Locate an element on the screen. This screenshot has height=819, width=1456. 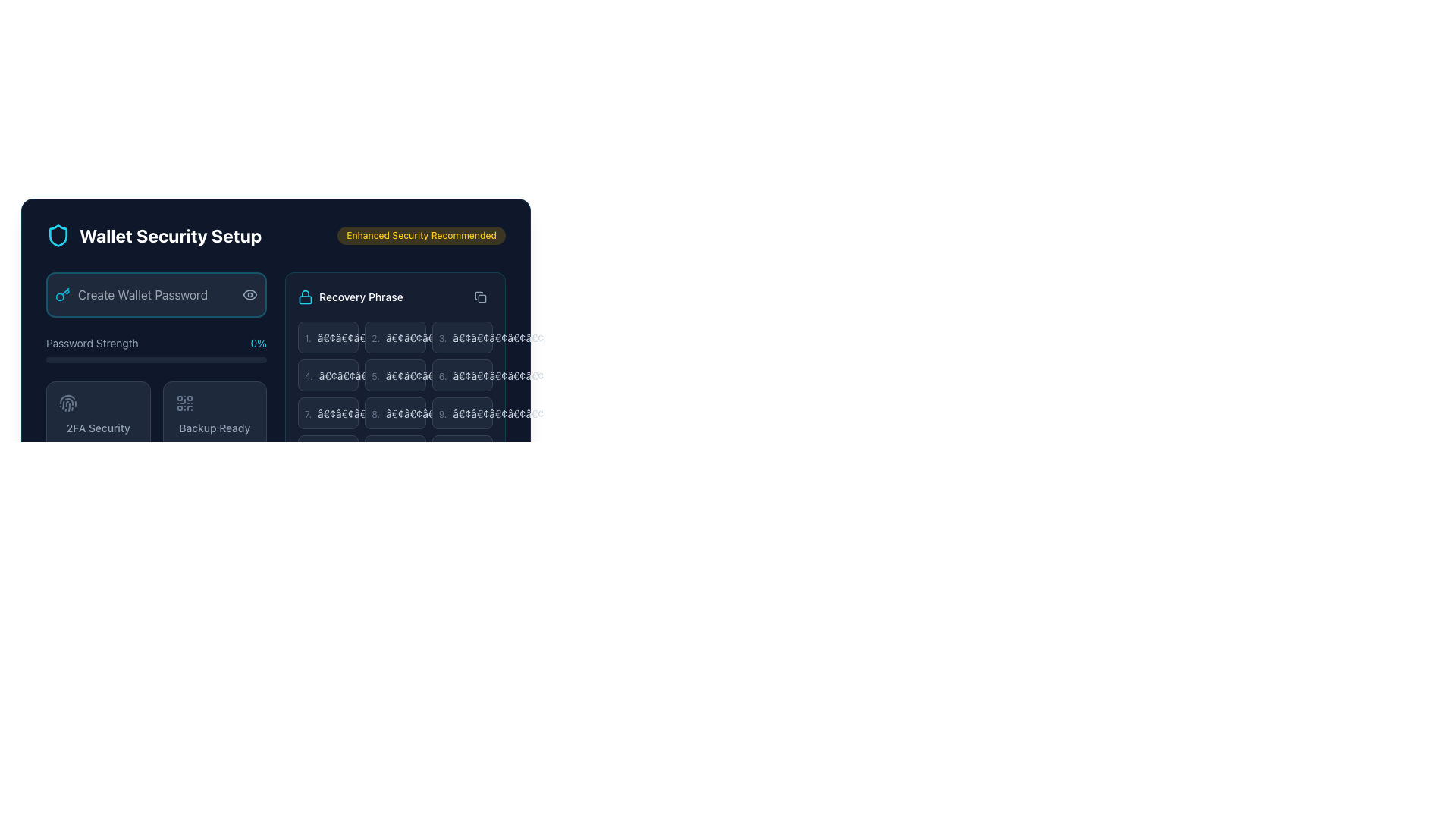
the Text Display Box that displays part of the recovery phrase, located in the third row, second column of the recovery phrase section is located at coordinates (395, 418).